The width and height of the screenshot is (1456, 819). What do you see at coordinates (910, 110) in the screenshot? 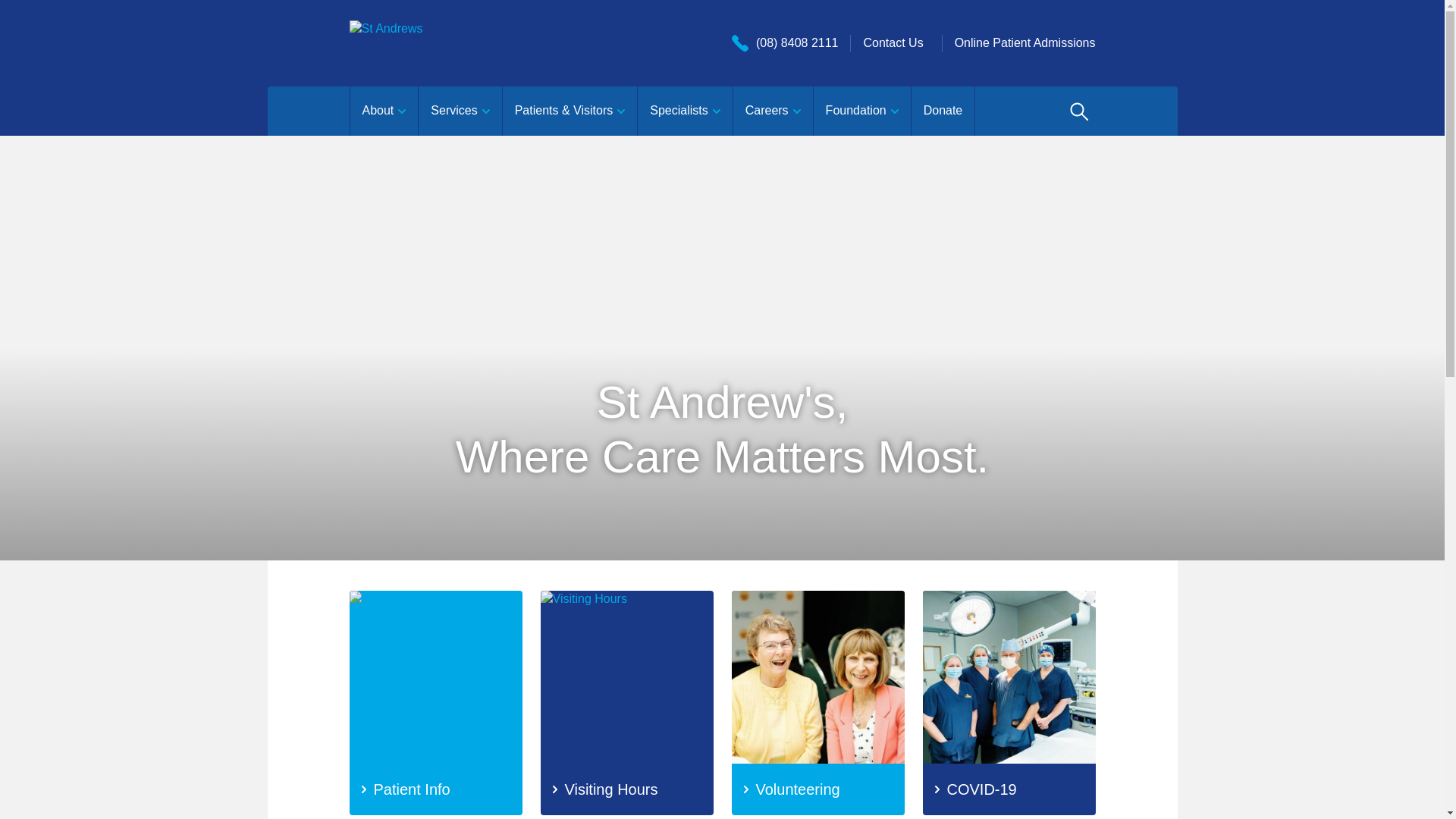
I see `'Donate'` at bounding box center [910, 110].